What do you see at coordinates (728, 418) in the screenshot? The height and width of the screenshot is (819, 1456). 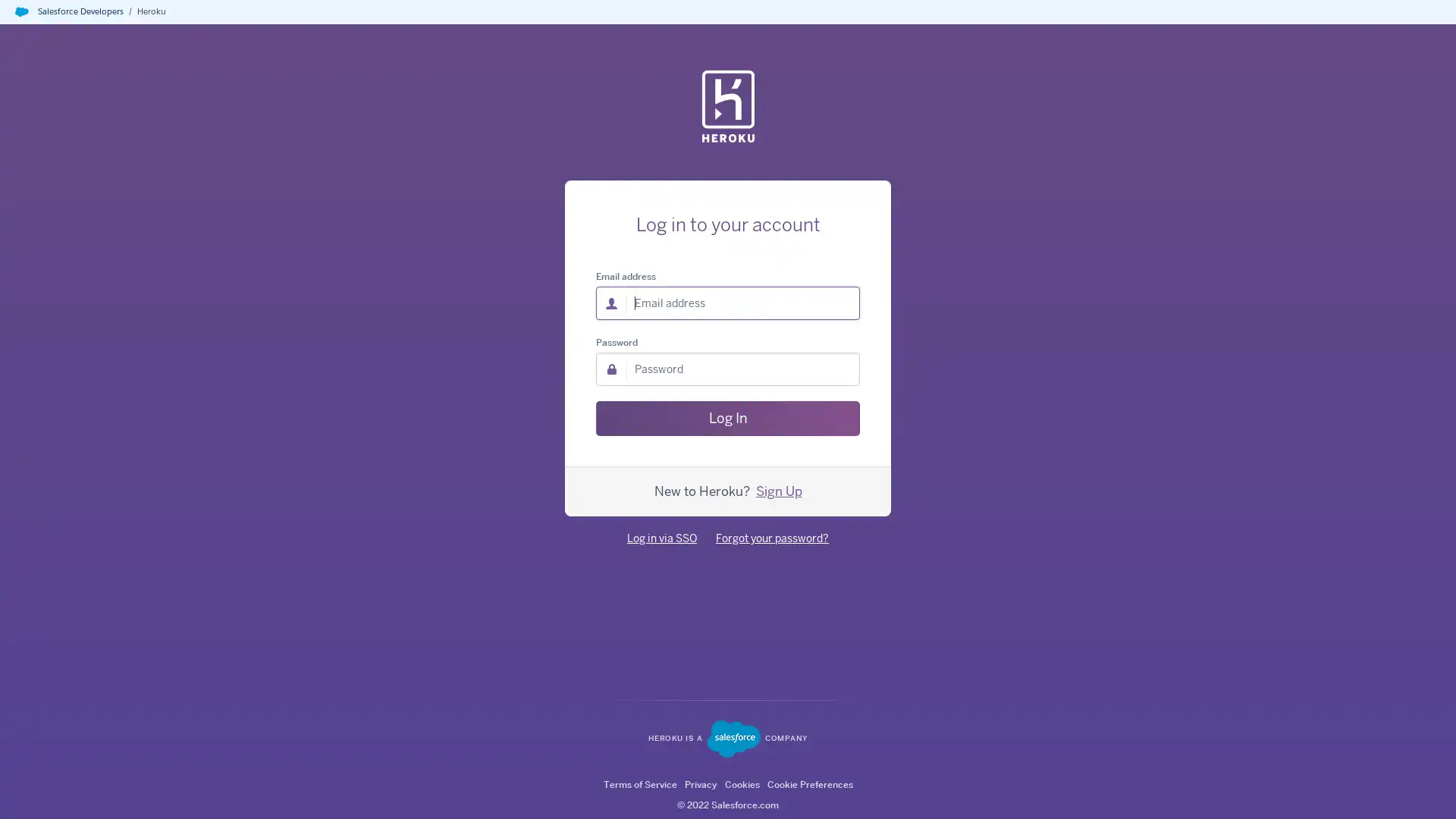 I see `Log In` at bounding box center [728, 418].